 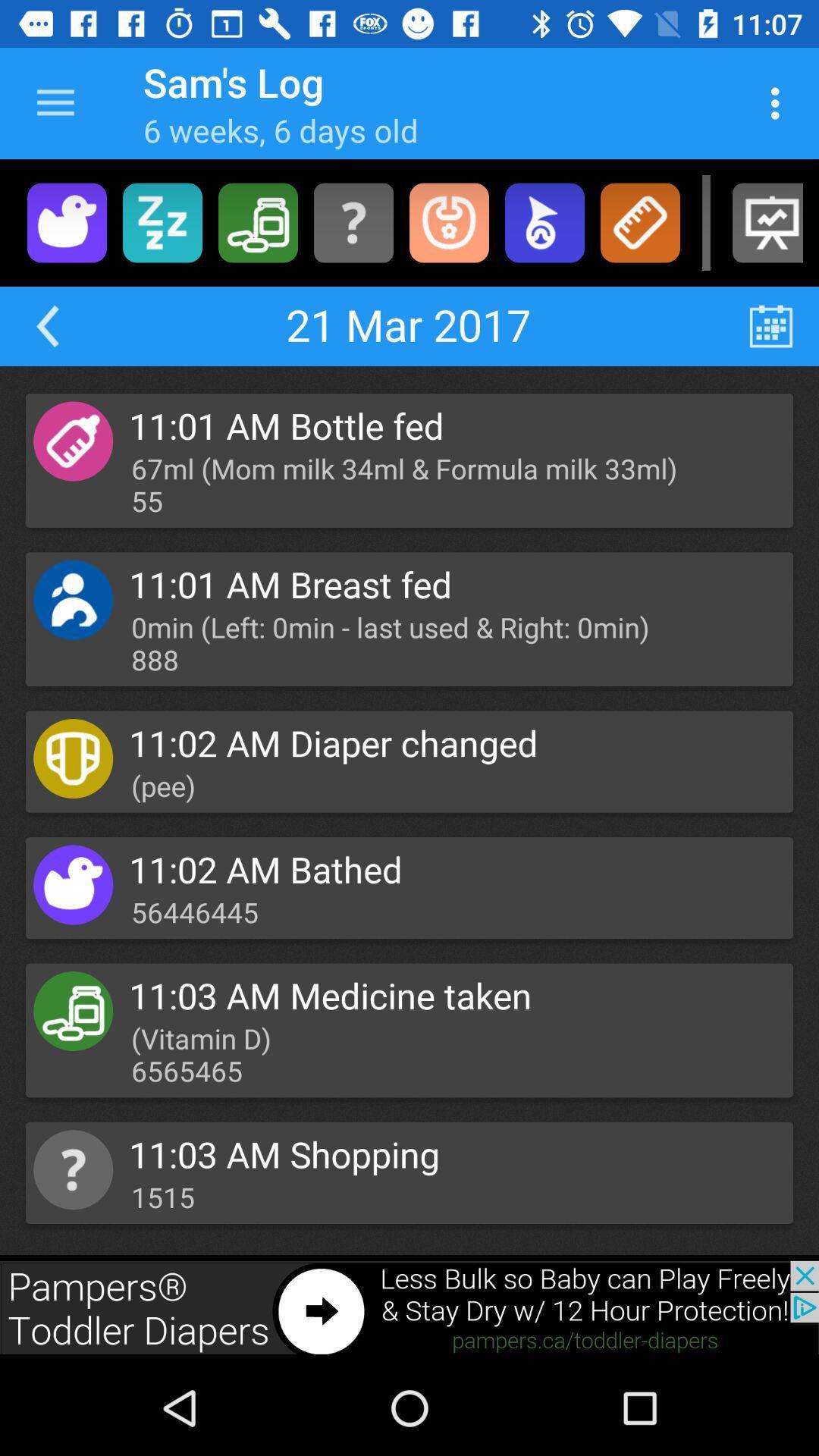 I want to click on the sliders icon, so click(x=162, y=221).